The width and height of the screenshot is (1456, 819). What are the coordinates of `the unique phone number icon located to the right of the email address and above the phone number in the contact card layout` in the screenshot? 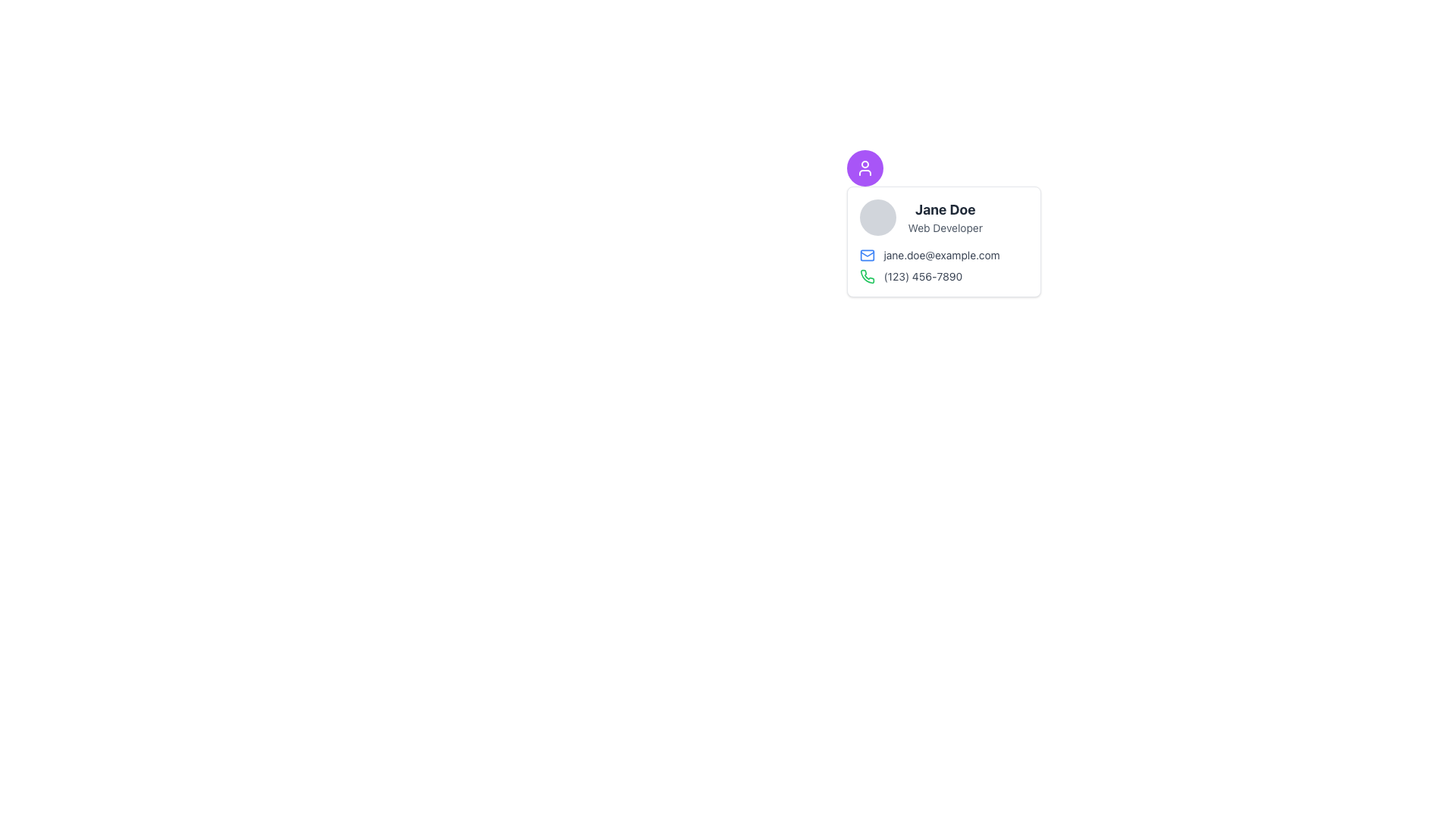 It's located at (867, 276).